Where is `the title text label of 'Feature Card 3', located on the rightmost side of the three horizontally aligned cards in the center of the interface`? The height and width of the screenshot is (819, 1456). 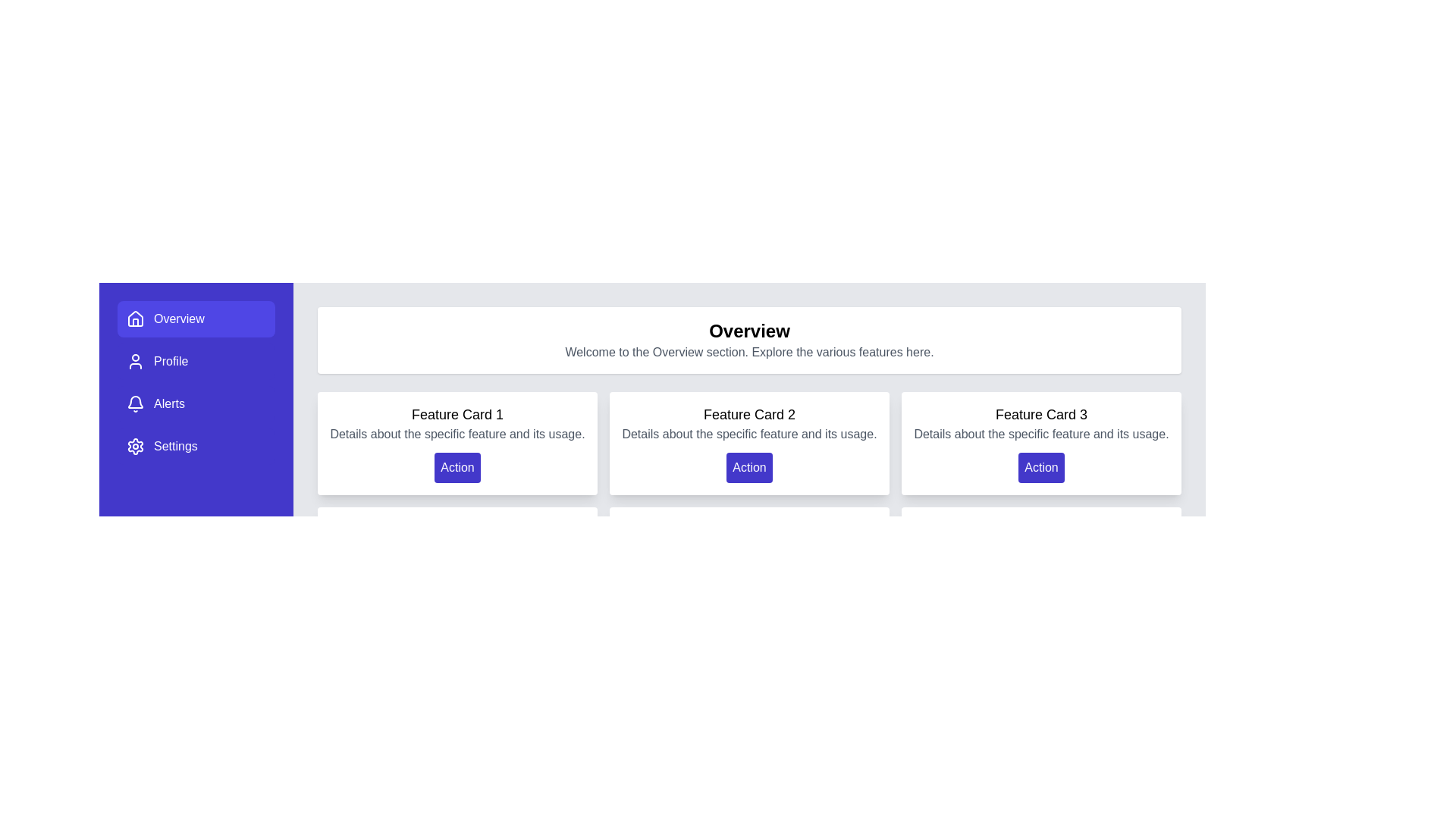 the title text label of 'Feature Card 3', located on the rightmost side of the three horizontally aligned cards in the center of the interface is located at coordinates (1040, 415).